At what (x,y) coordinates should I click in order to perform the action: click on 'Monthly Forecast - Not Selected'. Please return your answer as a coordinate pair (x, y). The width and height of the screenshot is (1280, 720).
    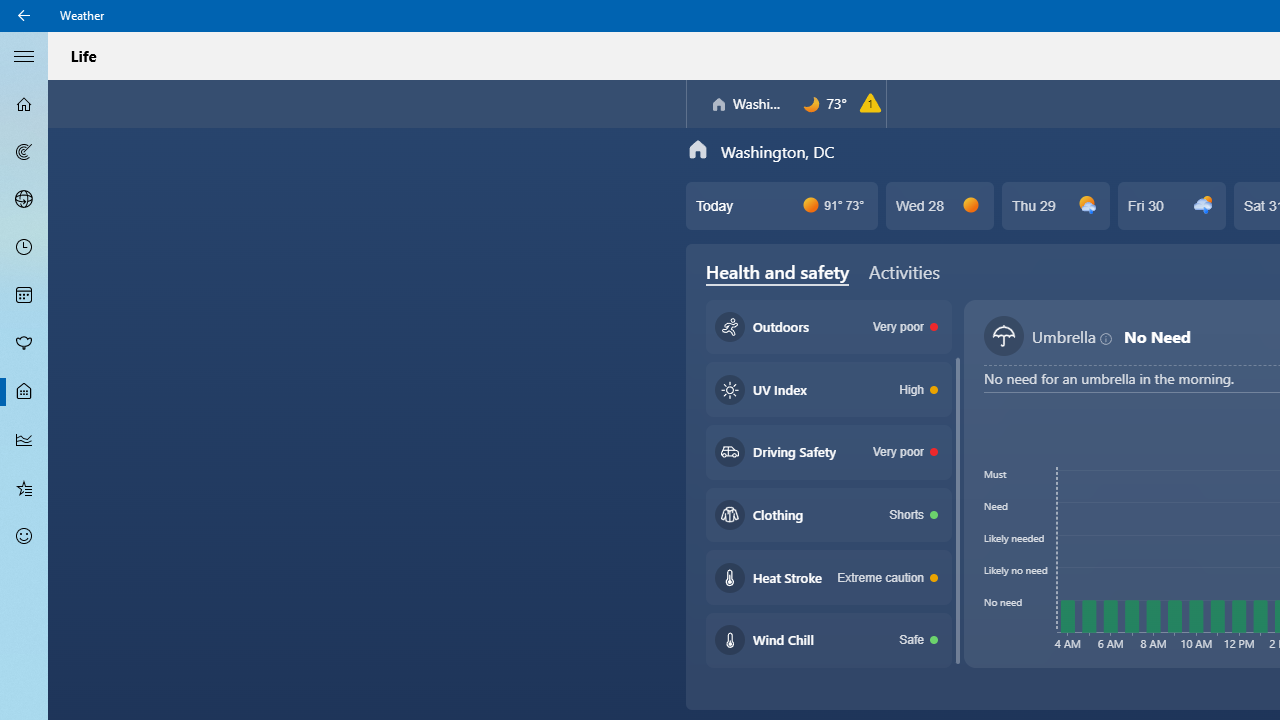
    Looking at the image, I should click on (24, 295).